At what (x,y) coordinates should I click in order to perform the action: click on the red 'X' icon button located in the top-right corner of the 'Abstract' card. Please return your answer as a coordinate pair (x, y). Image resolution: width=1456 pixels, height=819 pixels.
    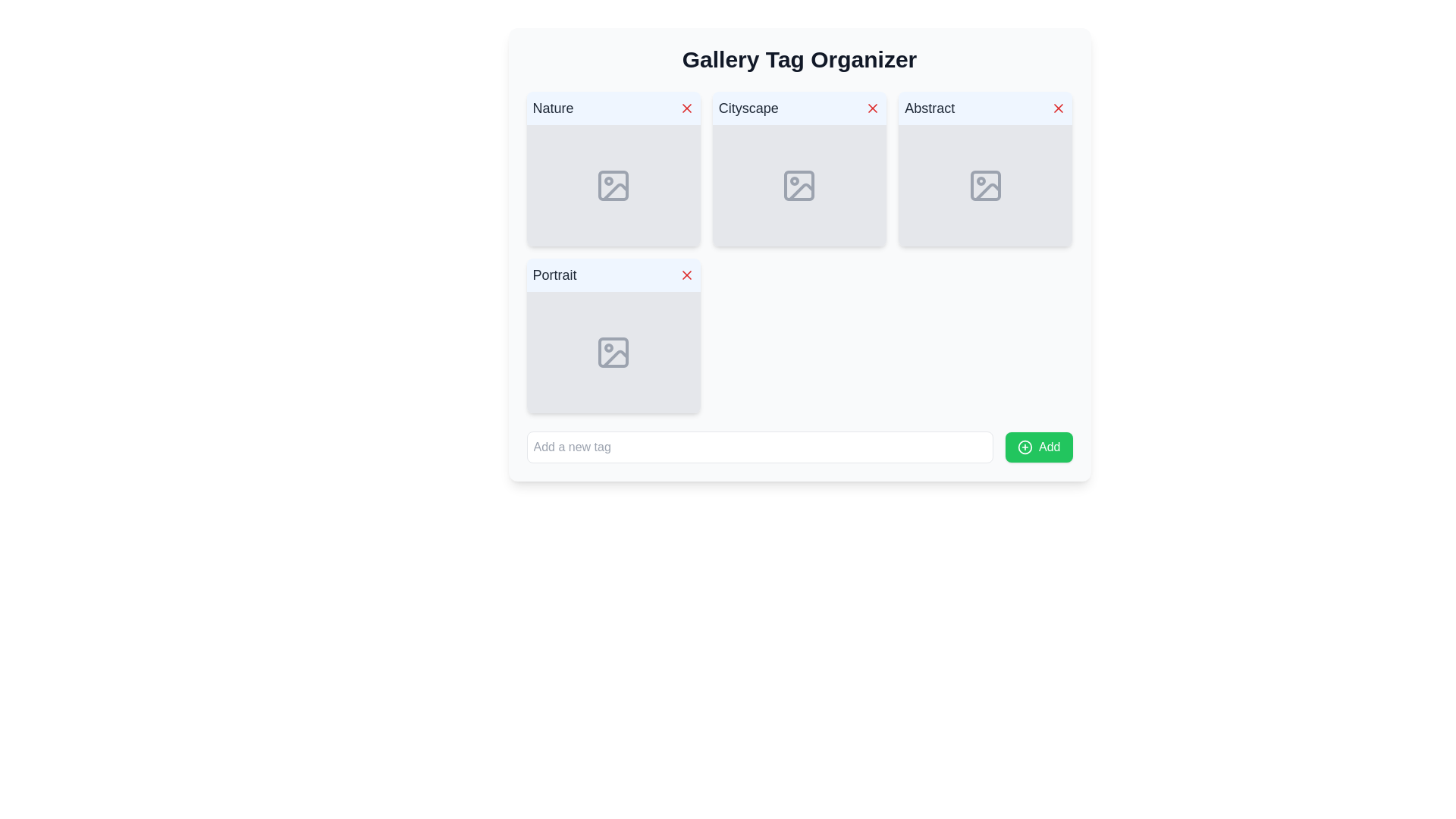
    Looking at the image, I should click on (1058, 107).